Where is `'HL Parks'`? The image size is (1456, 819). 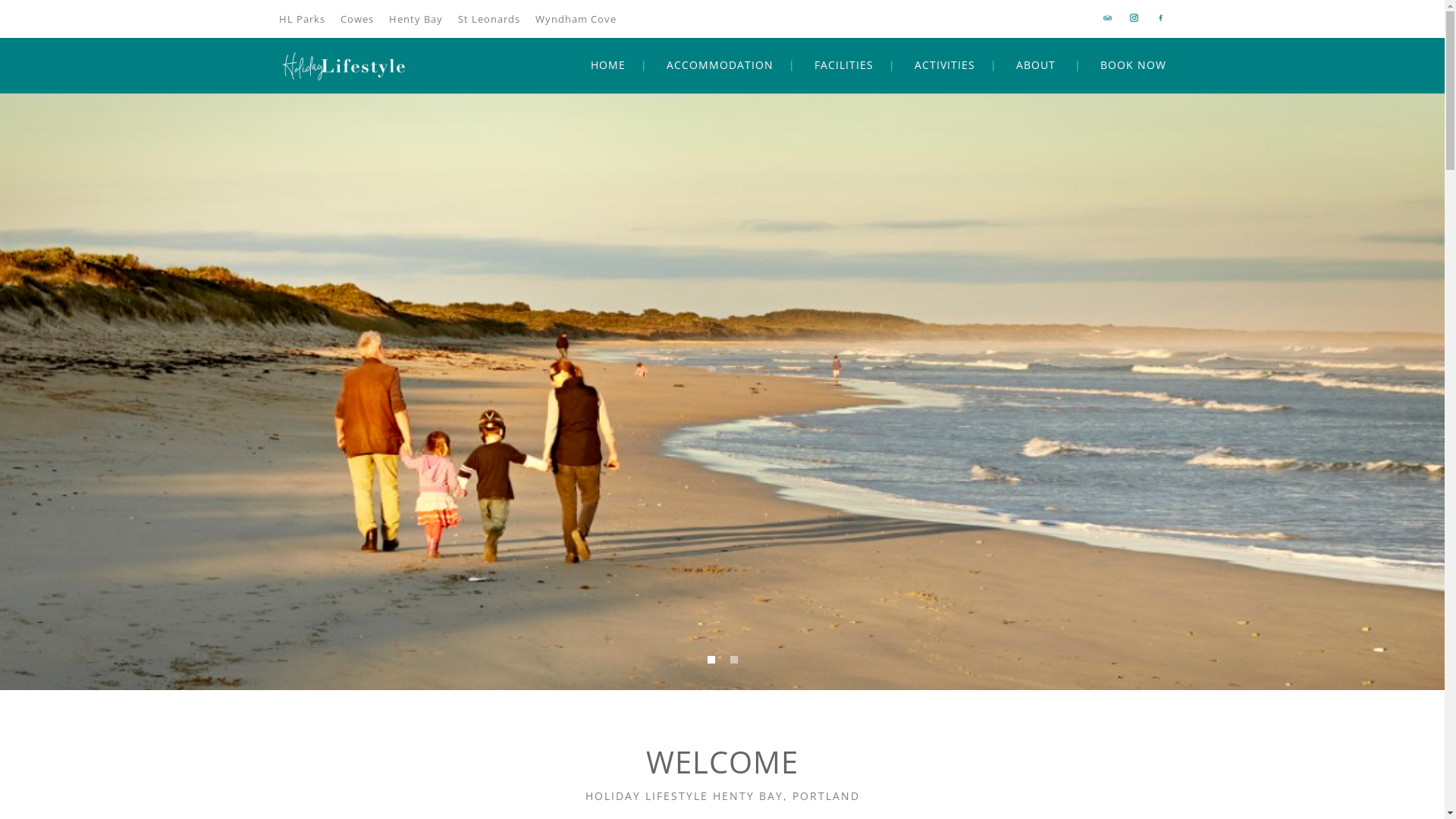 'HL Parks' is located at coordinates (279, 18).